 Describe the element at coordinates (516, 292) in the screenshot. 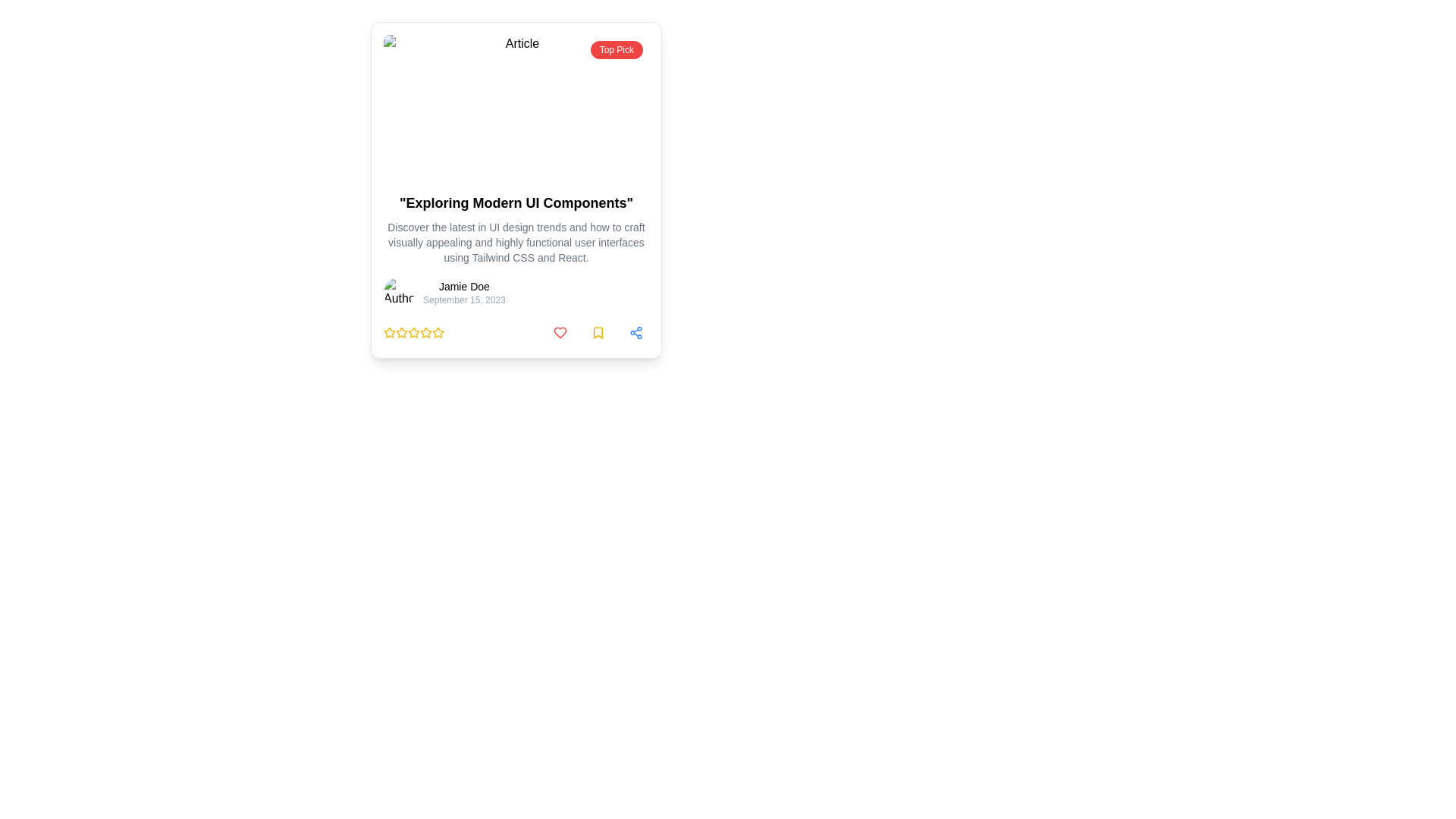

I see `the Author Information Section located below the article subheading` at that location.